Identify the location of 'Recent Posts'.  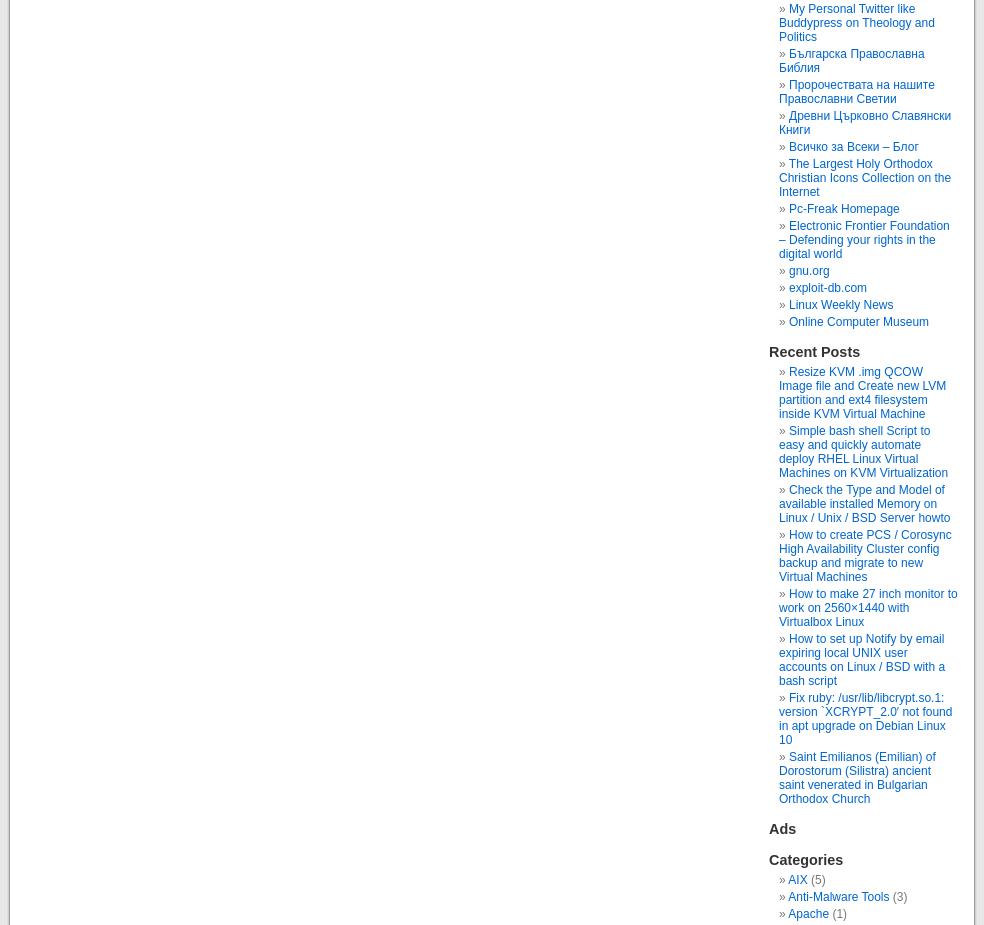
(813, 350).